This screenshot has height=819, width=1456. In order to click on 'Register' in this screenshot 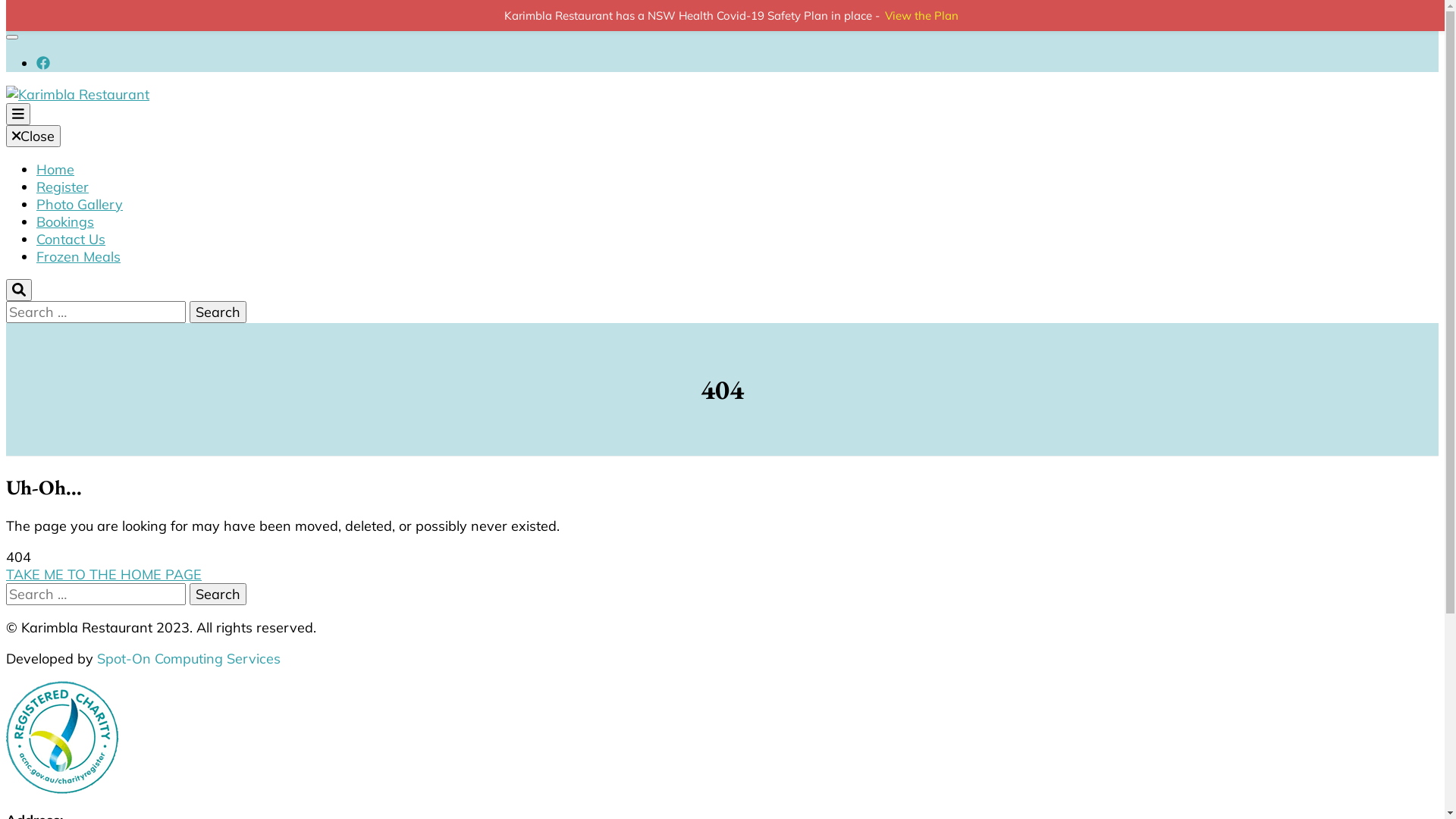, I will do `click(61, 186)`.